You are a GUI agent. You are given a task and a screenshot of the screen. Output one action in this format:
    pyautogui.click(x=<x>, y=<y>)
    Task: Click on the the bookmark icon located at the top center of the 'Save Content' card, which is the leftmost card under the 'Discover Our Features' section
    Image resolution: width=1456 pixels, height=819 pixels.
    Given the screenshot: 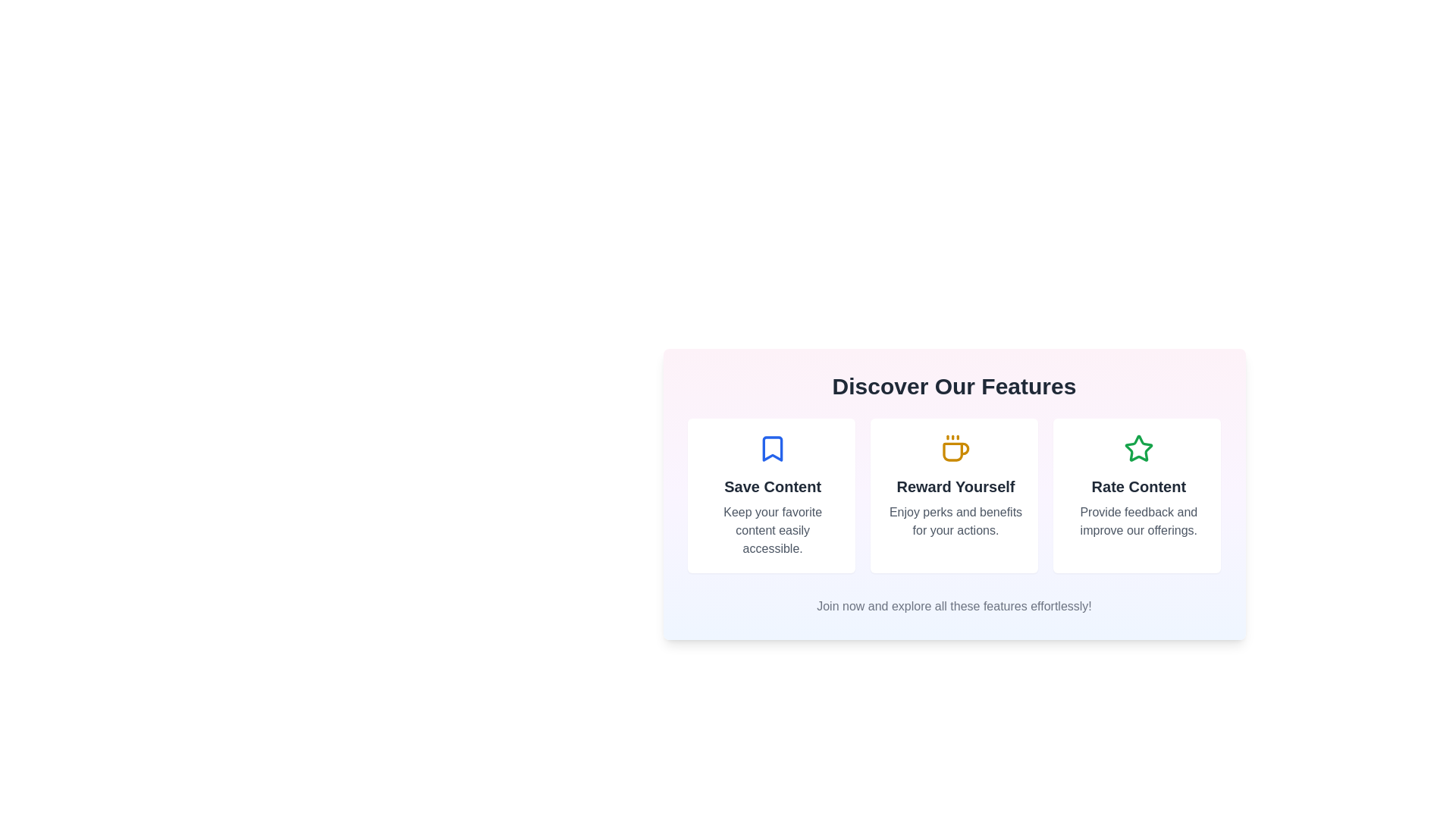 What is the action you would take?
    pyautogui.click(x=773, y=447)
    